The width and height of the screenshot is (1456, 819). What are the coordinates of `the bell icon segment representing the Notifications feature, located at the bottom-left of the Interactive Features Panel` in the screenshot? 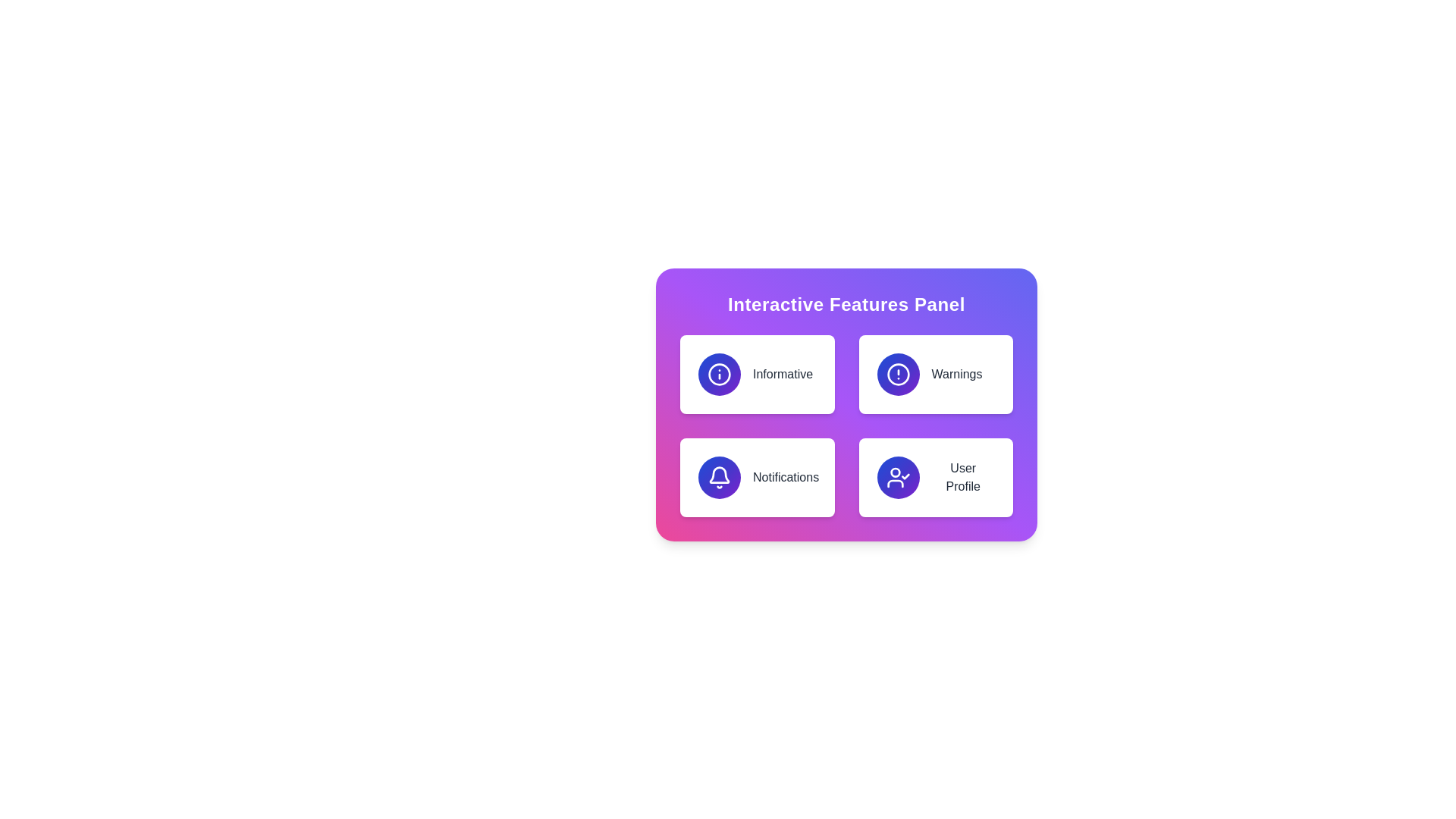 It's located at (719, 474).